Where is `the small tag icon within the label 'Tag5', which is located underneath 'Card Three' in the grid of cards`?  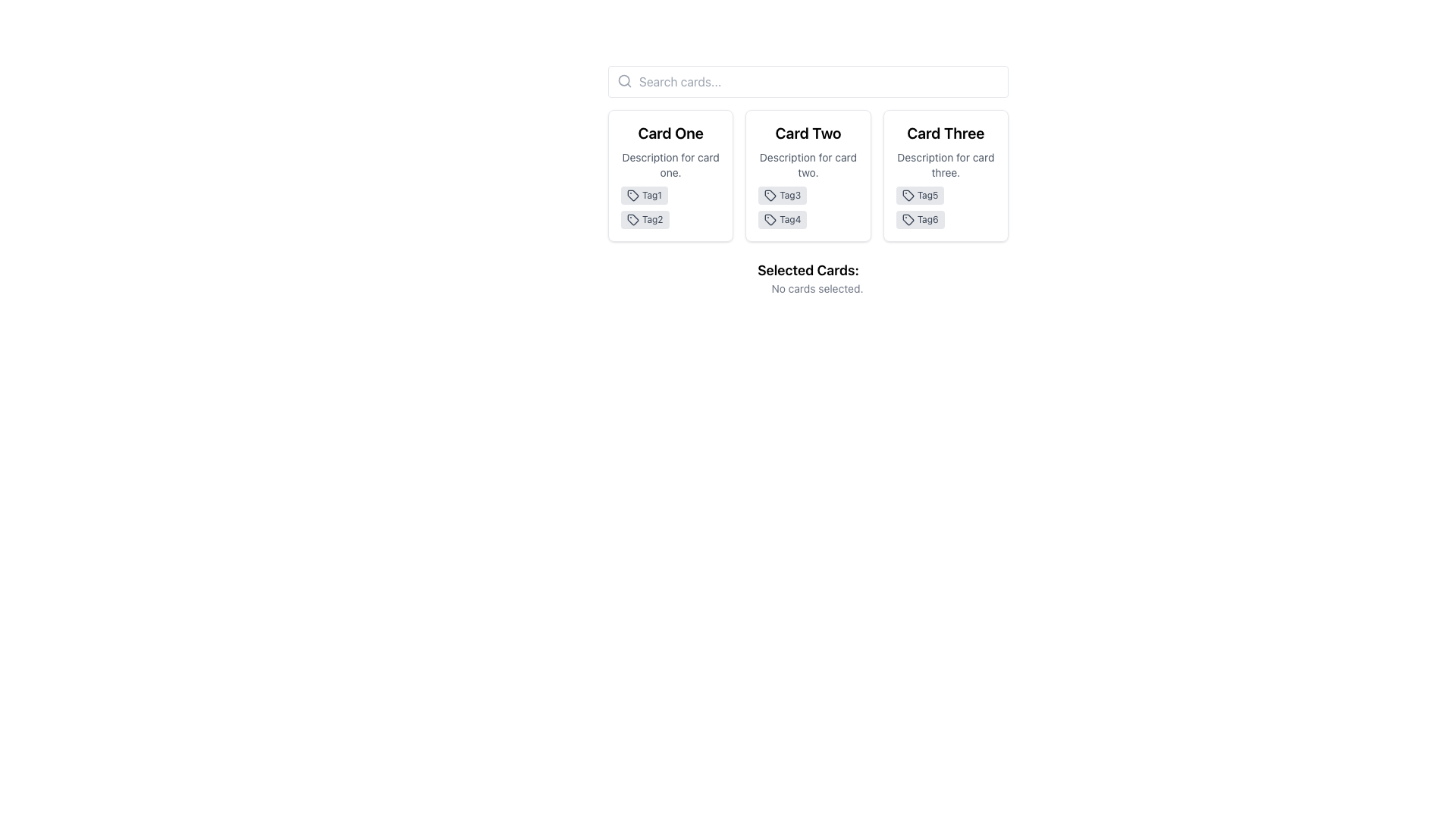 the small tag icon within the label 'Tag5', which is located underneath 'Card Three' in the grid of cards is located at coordinates (908, 195).